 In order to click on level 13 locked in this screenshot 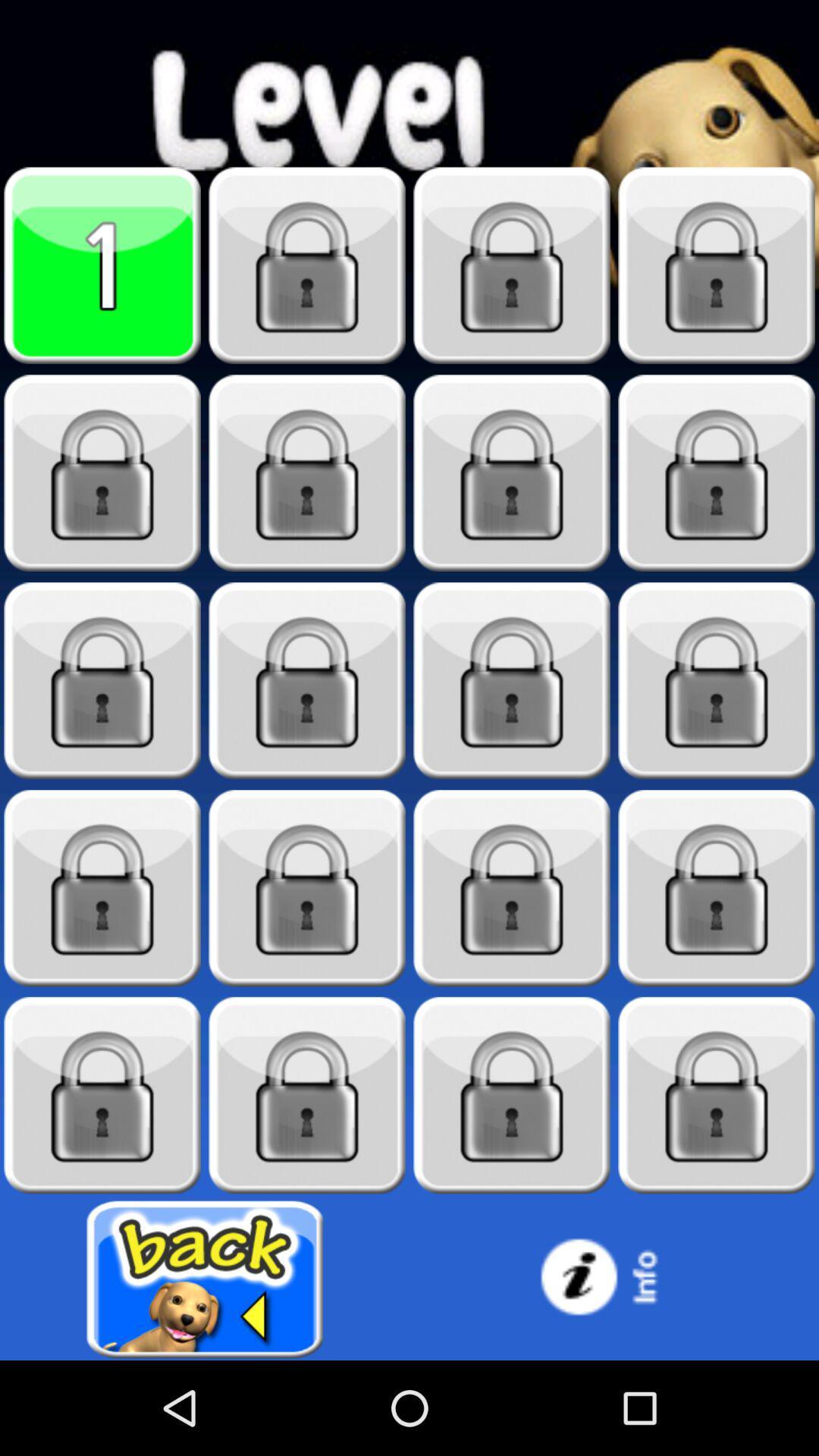, I will do `click(102, 888)`.